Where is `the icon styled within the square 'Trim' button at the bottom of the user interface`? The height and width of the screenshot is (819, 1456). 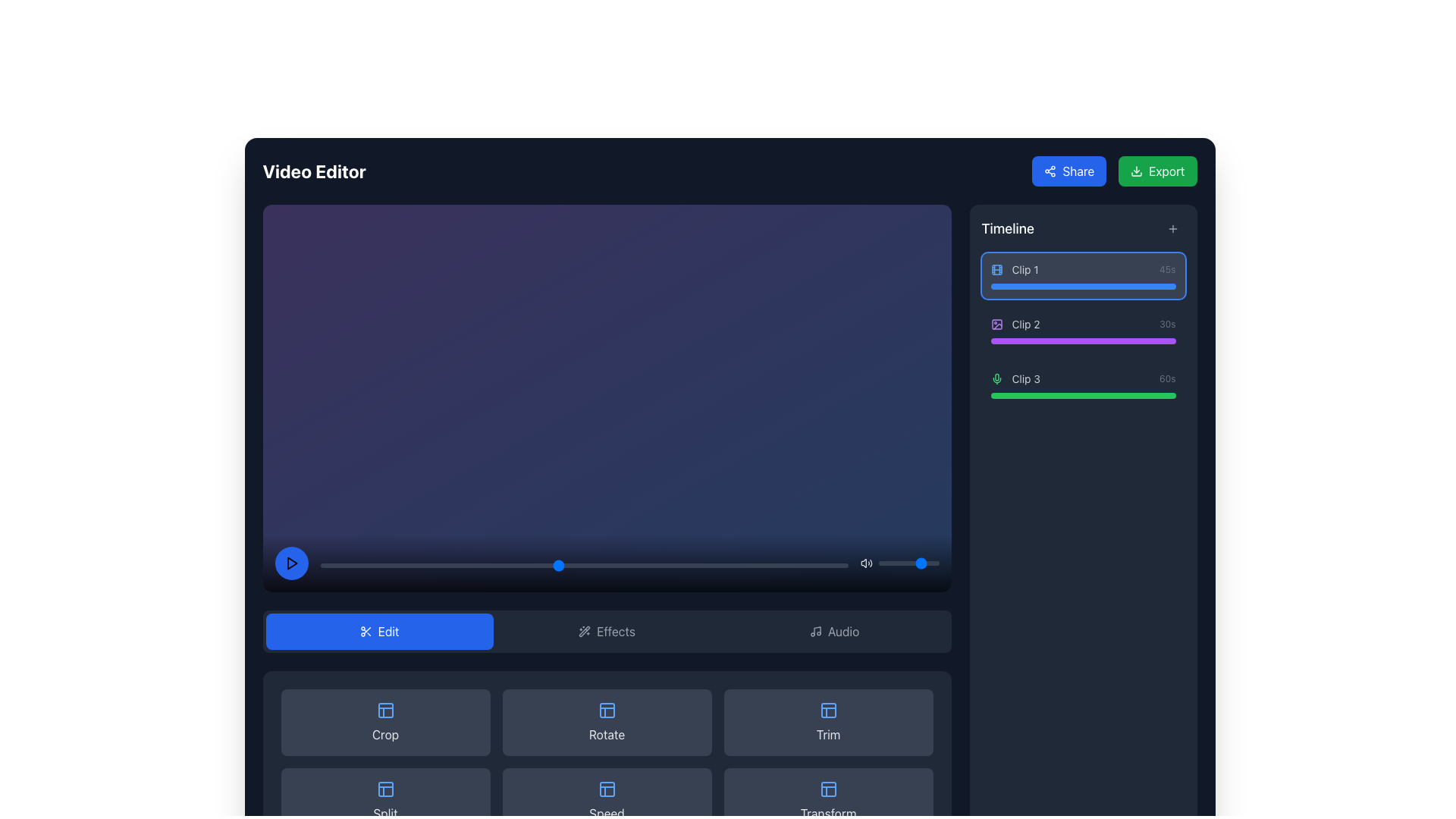 the icon styled within the square 'Trim' button at the bottom of the user interface is located at coordinates (827, 710).